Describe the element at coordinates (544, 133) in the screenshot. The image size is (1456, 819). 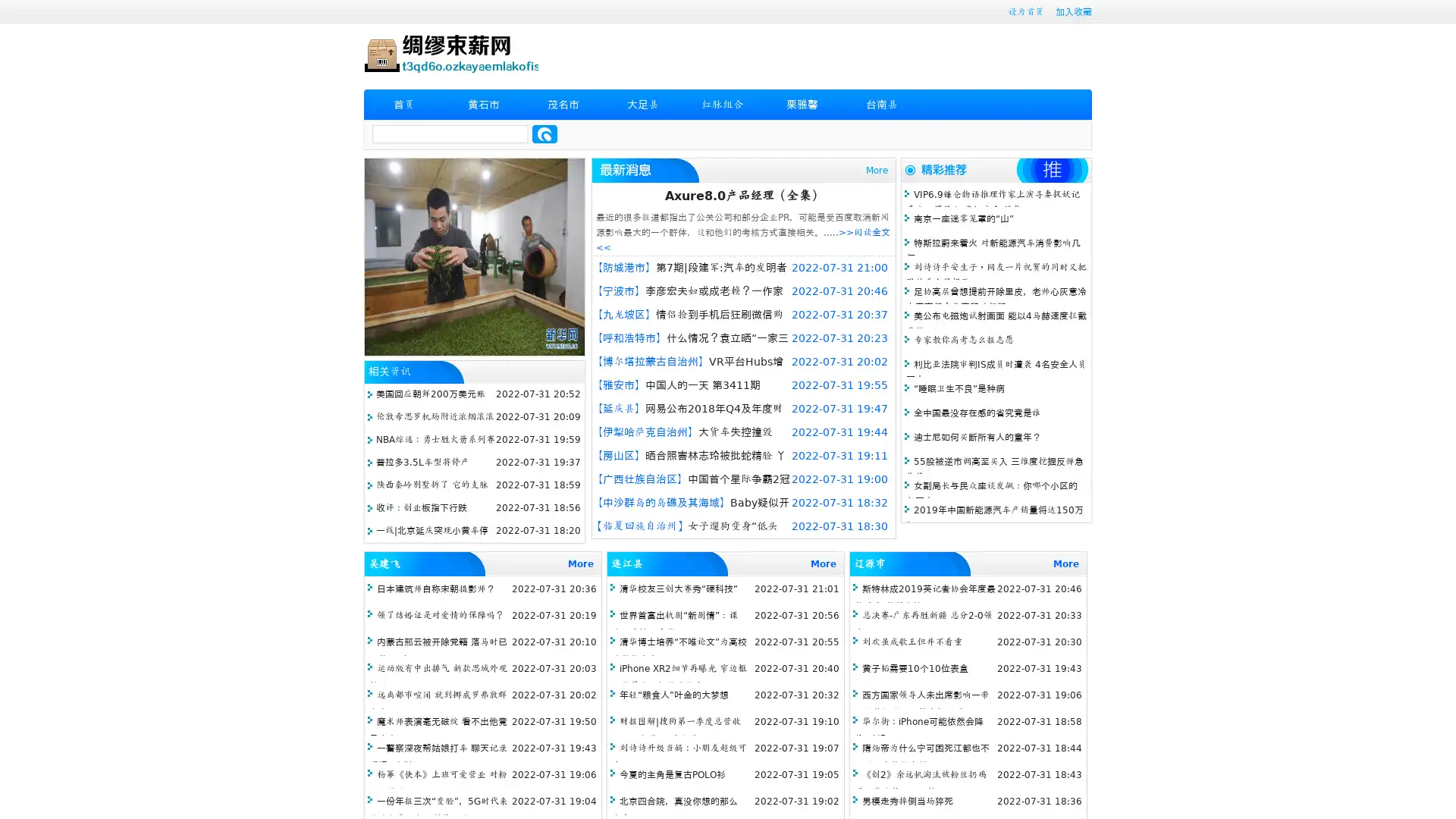
I see `Search` at that location.